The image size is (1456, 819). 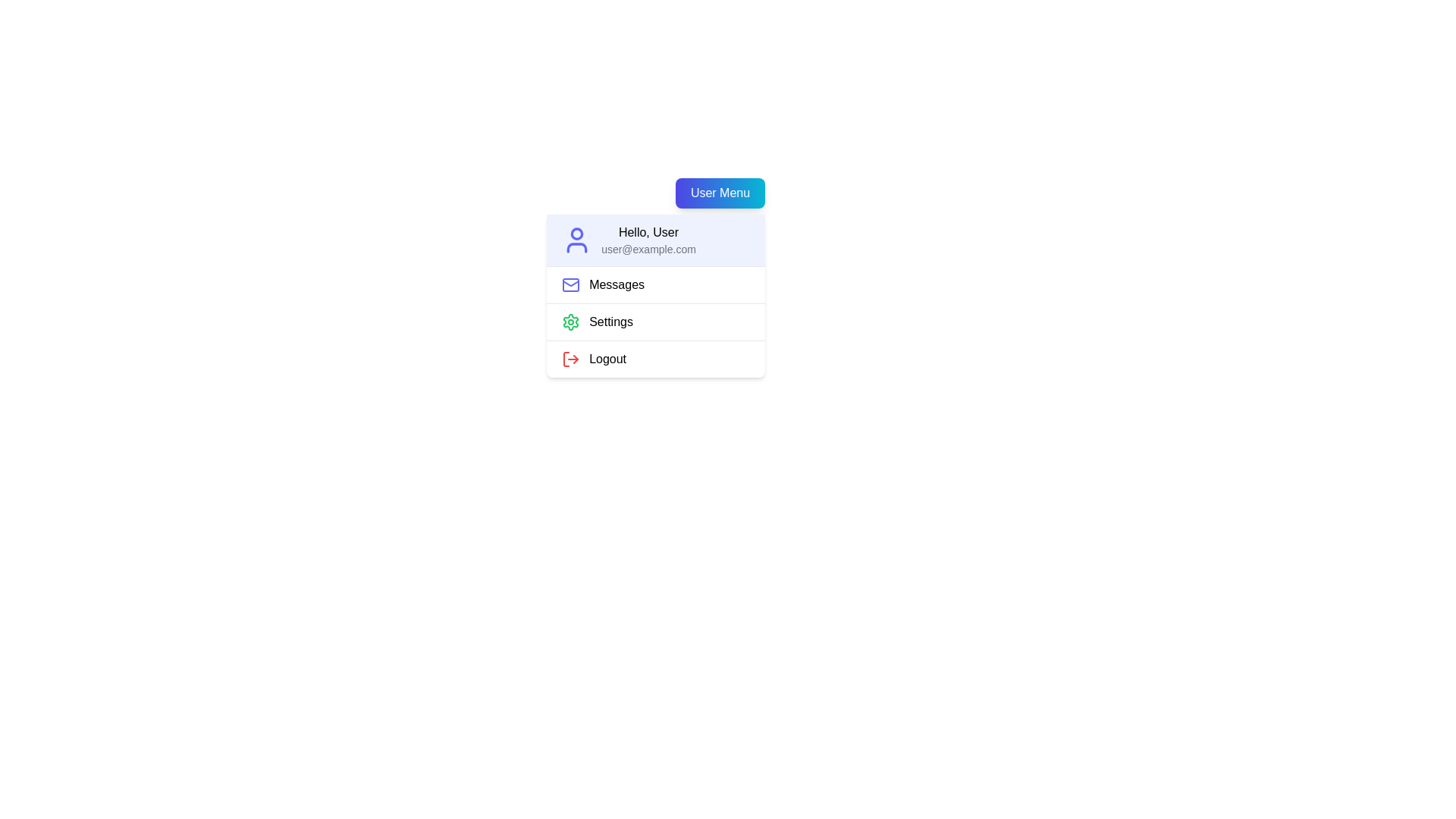 I want to click on the menu option Messages to interact with it, so click(x=656, y=284).